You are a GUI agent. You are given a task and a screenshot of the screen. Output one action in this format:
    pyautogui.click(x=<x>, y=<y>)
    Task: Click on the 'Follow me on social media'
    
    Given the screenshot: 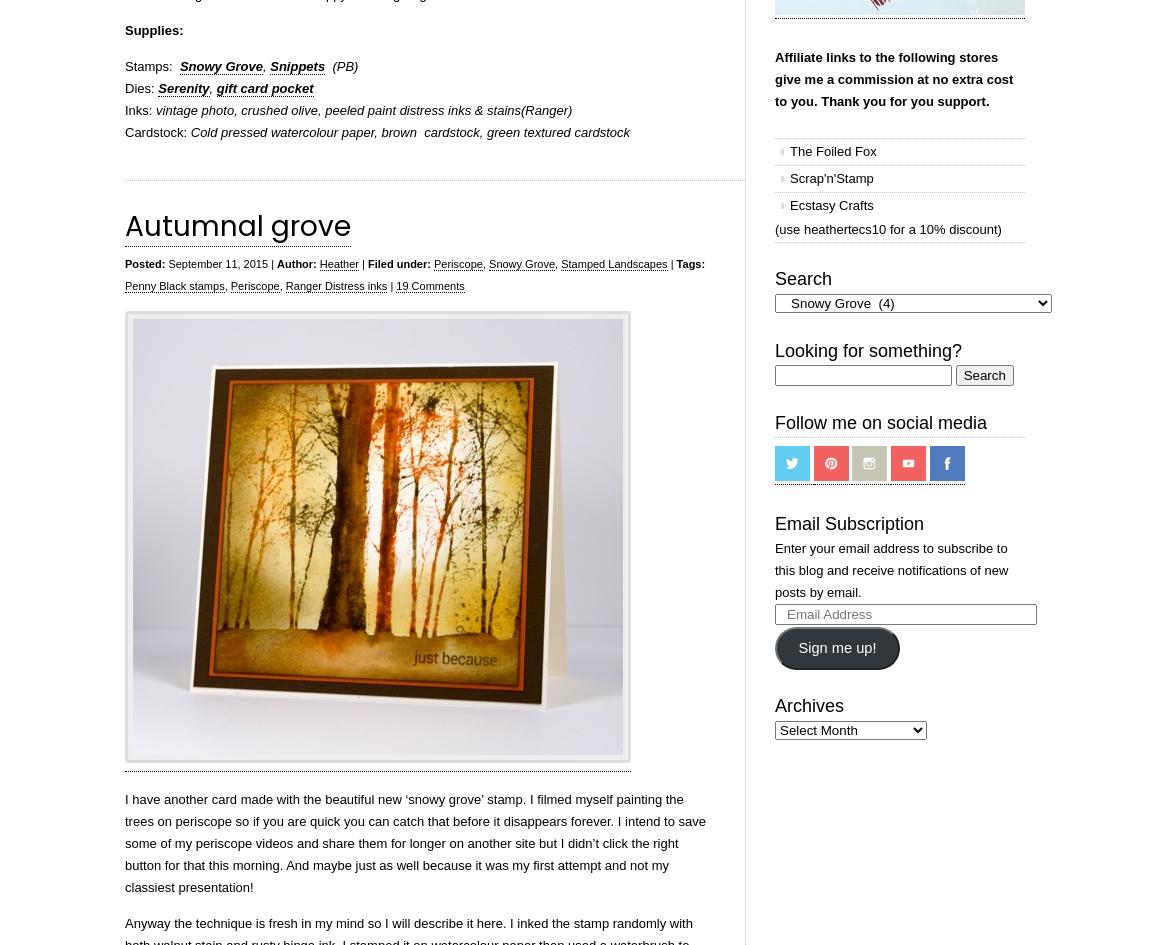 What is the action you would take?
    pyautogui.click(x=773, y=422)
    